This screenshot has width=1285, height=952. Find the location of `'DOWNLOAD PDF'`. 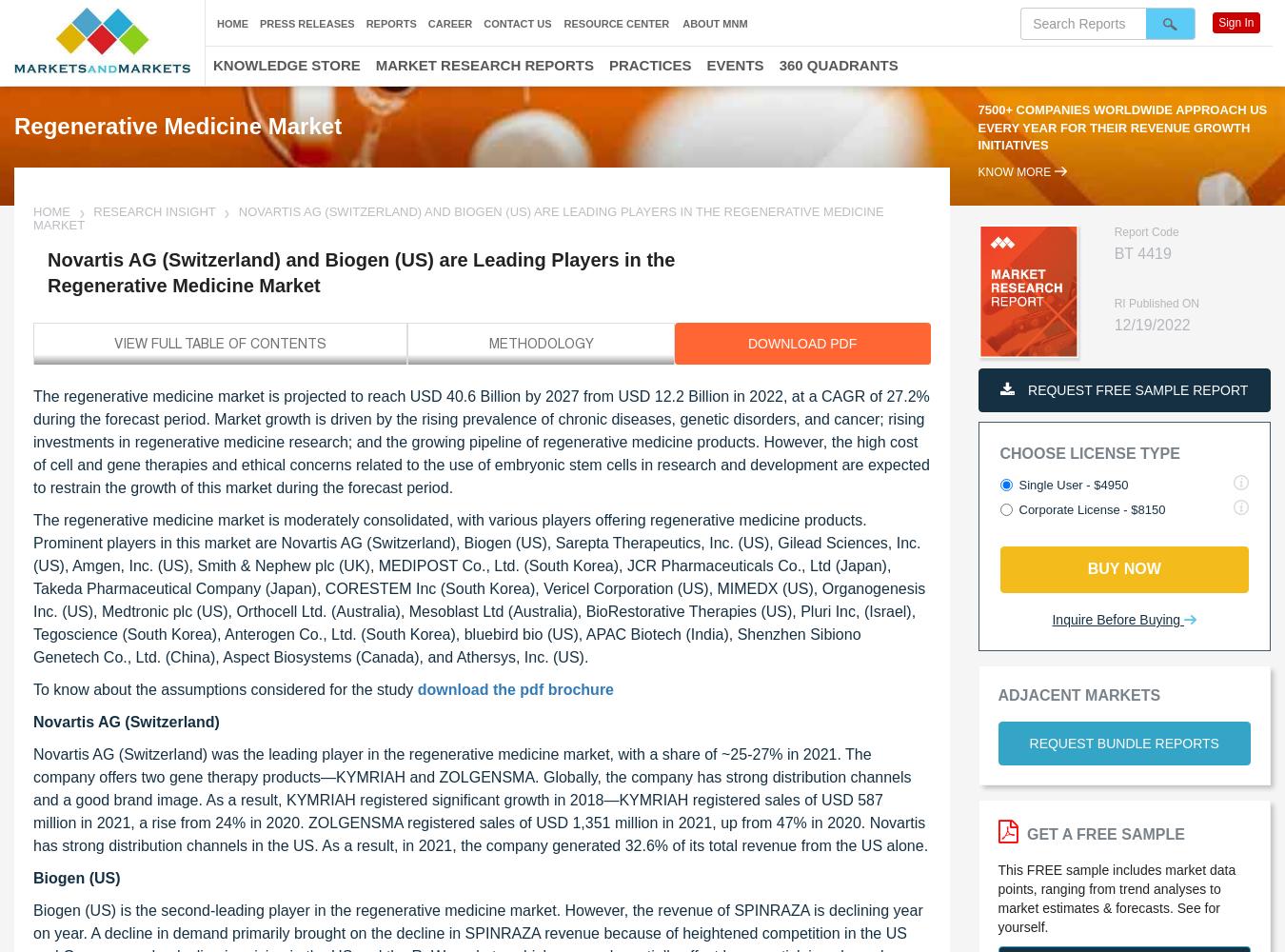

'DOWNLOAD PDF' is located at coordinates (801, 342).